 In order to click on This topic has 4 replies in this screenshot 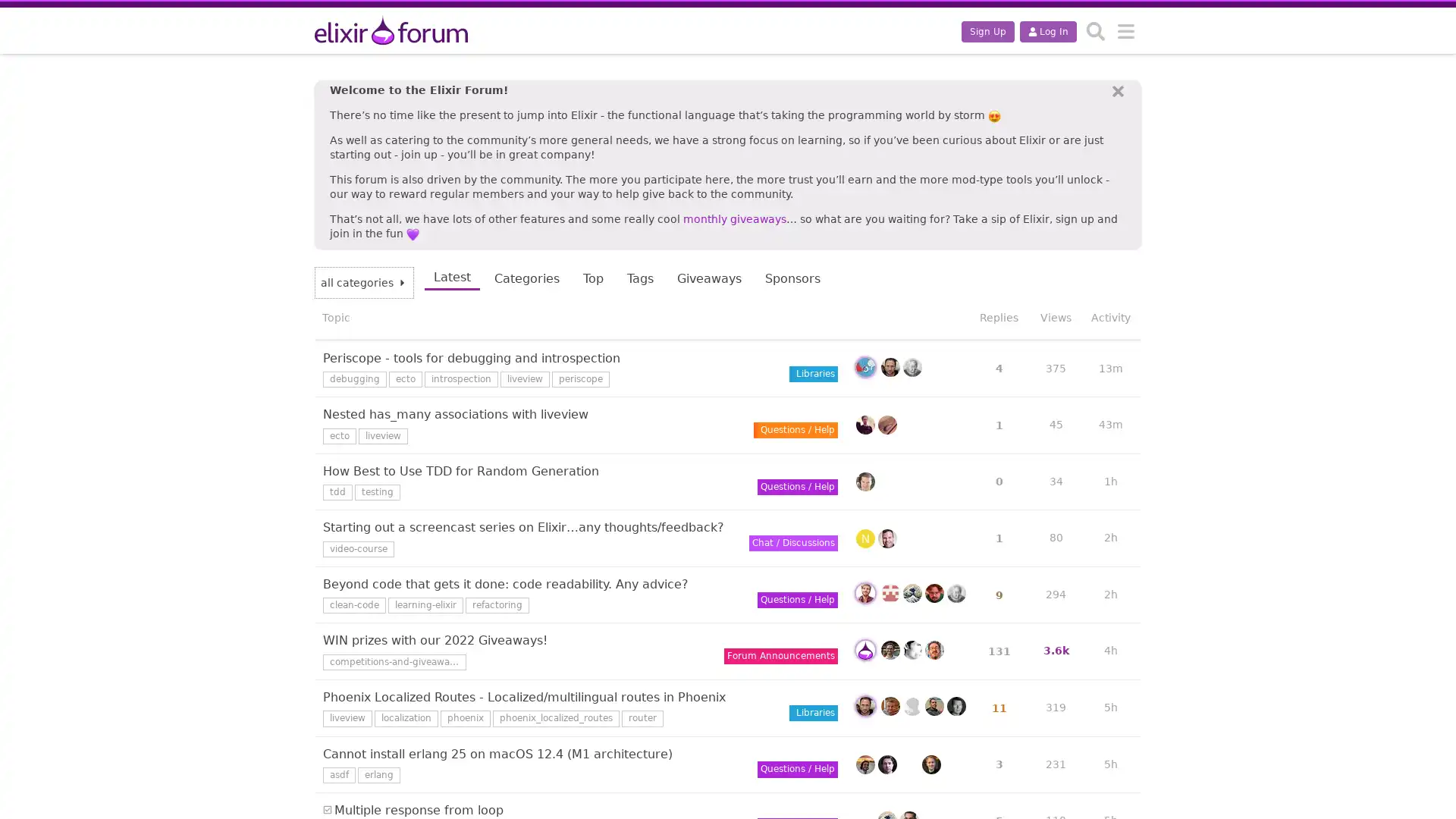, I will do `click(728, 50)`.